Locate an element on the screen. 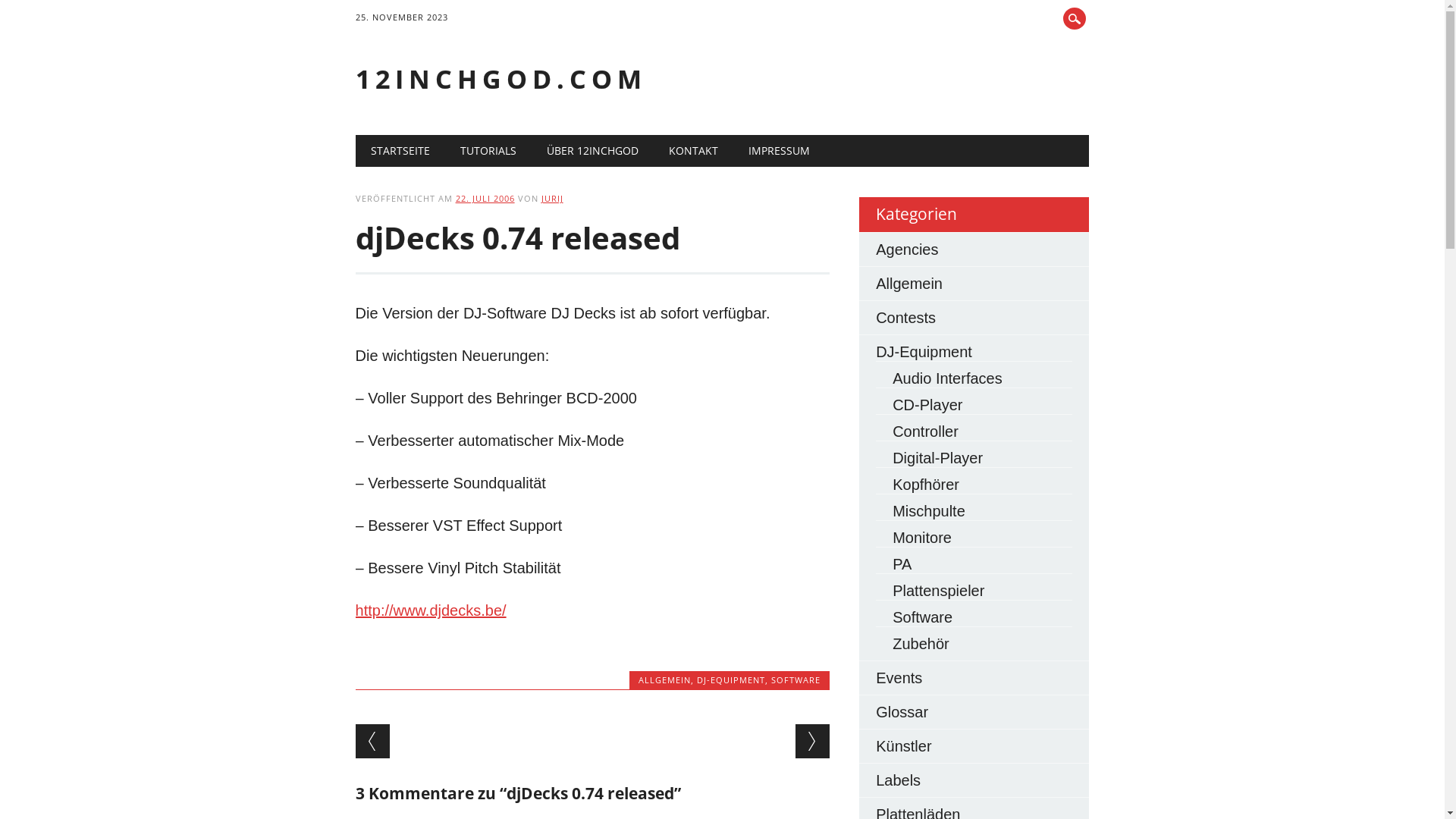 The width and height of the screenshot is (1456, 819). 'Agencies' is located at coordinates (906, 248).